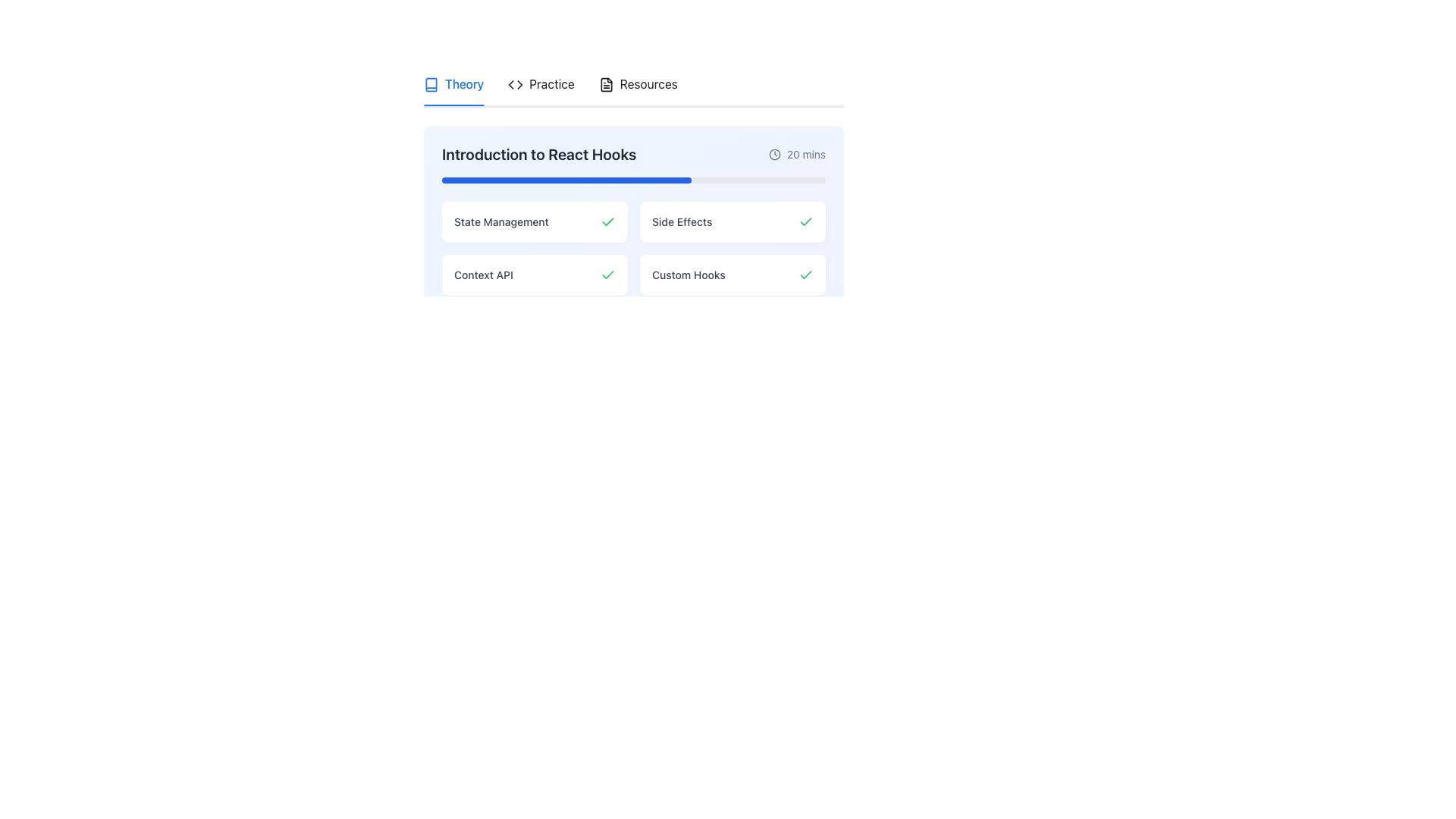 Image resolution: width=1456 pixels, height=819 pixels. I want to click on the Indicator bar that highlights the active 'Theory' tab in the navigation bar, so click(453, 105).